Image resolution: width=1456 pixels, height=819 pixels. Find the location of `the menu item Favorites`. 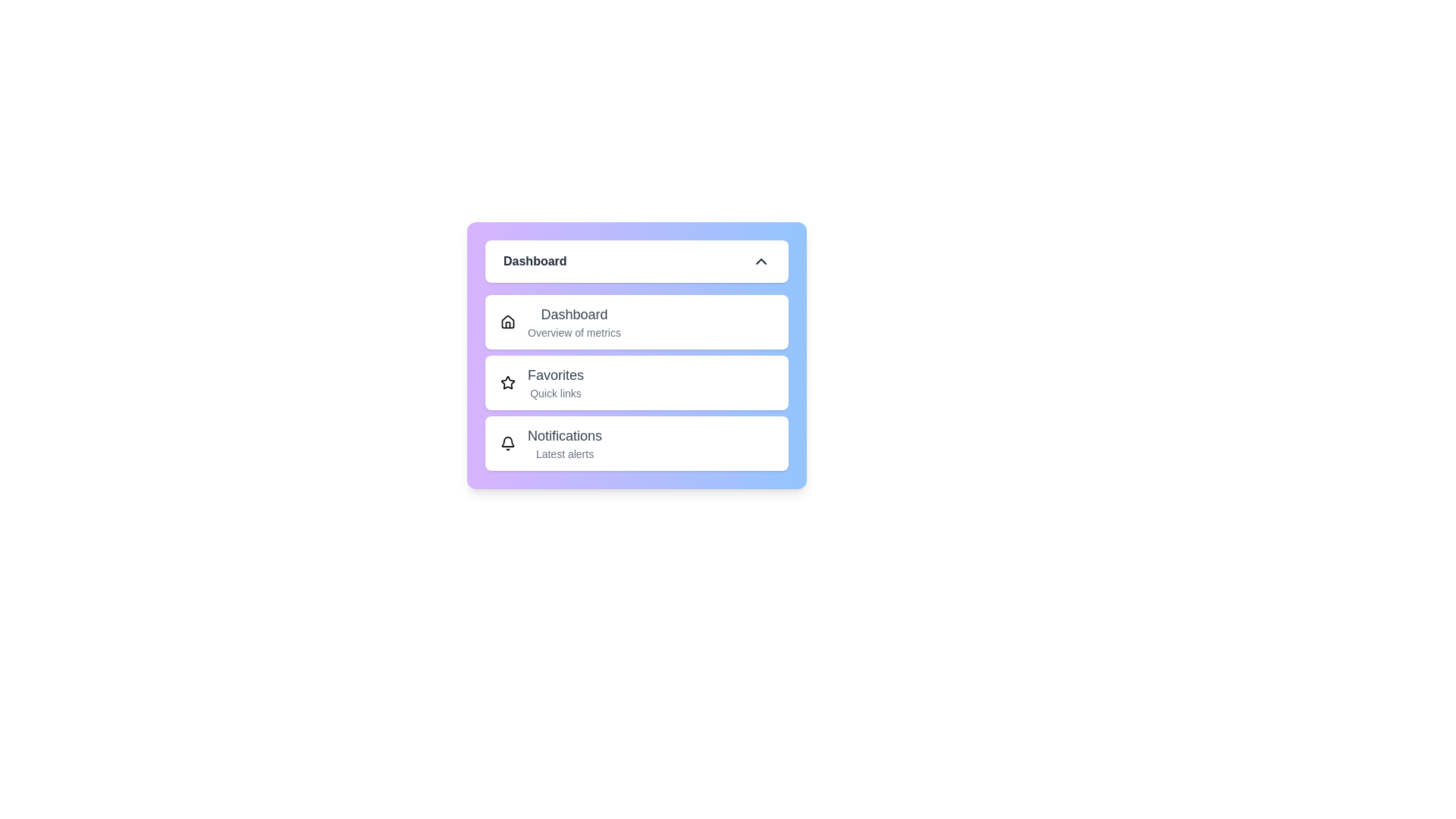

the menu item Favorites is located at coordinates (637, 382).